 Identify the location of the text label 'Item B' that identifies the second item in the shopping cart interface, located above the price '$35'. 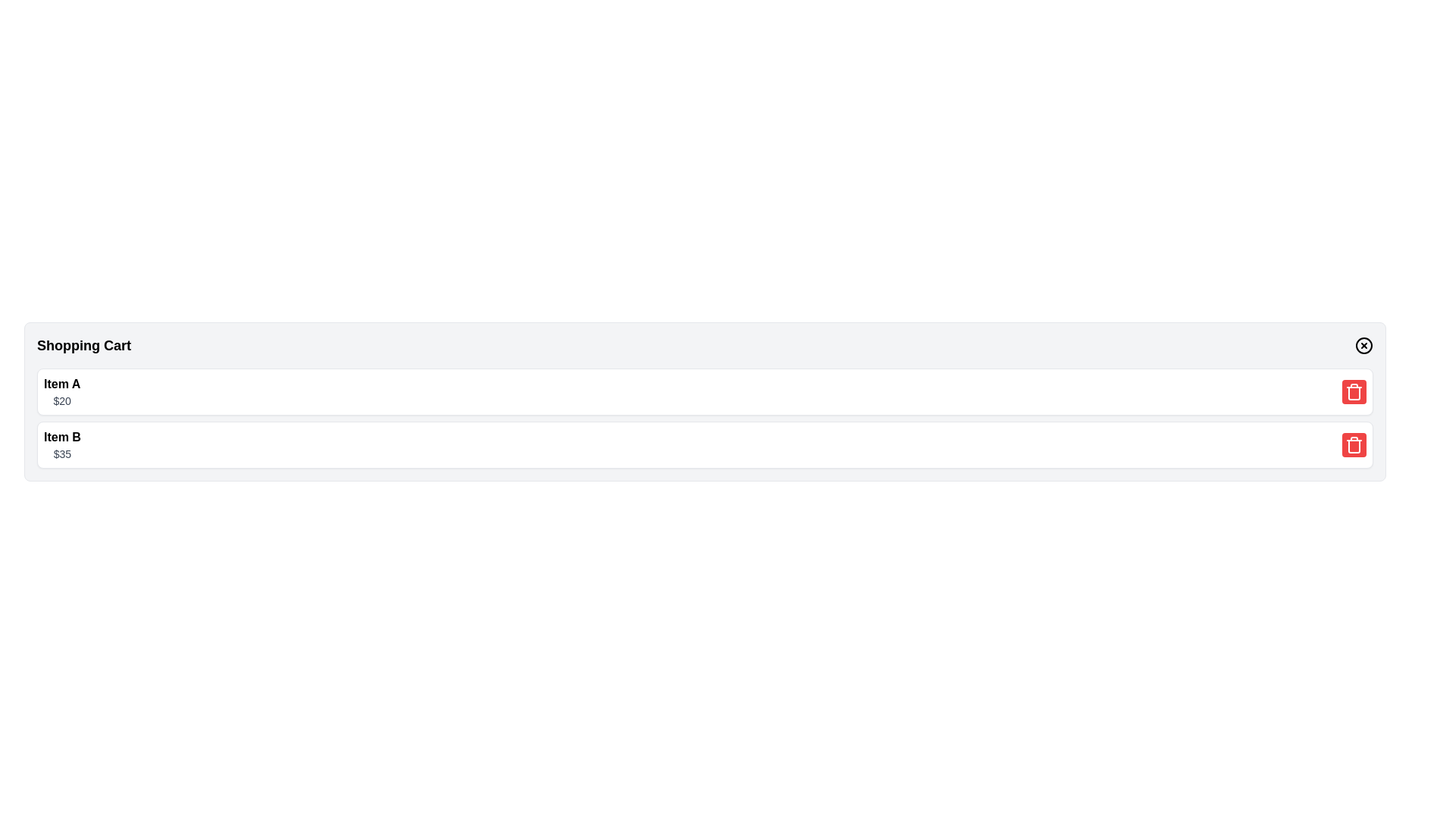
(61, 438).